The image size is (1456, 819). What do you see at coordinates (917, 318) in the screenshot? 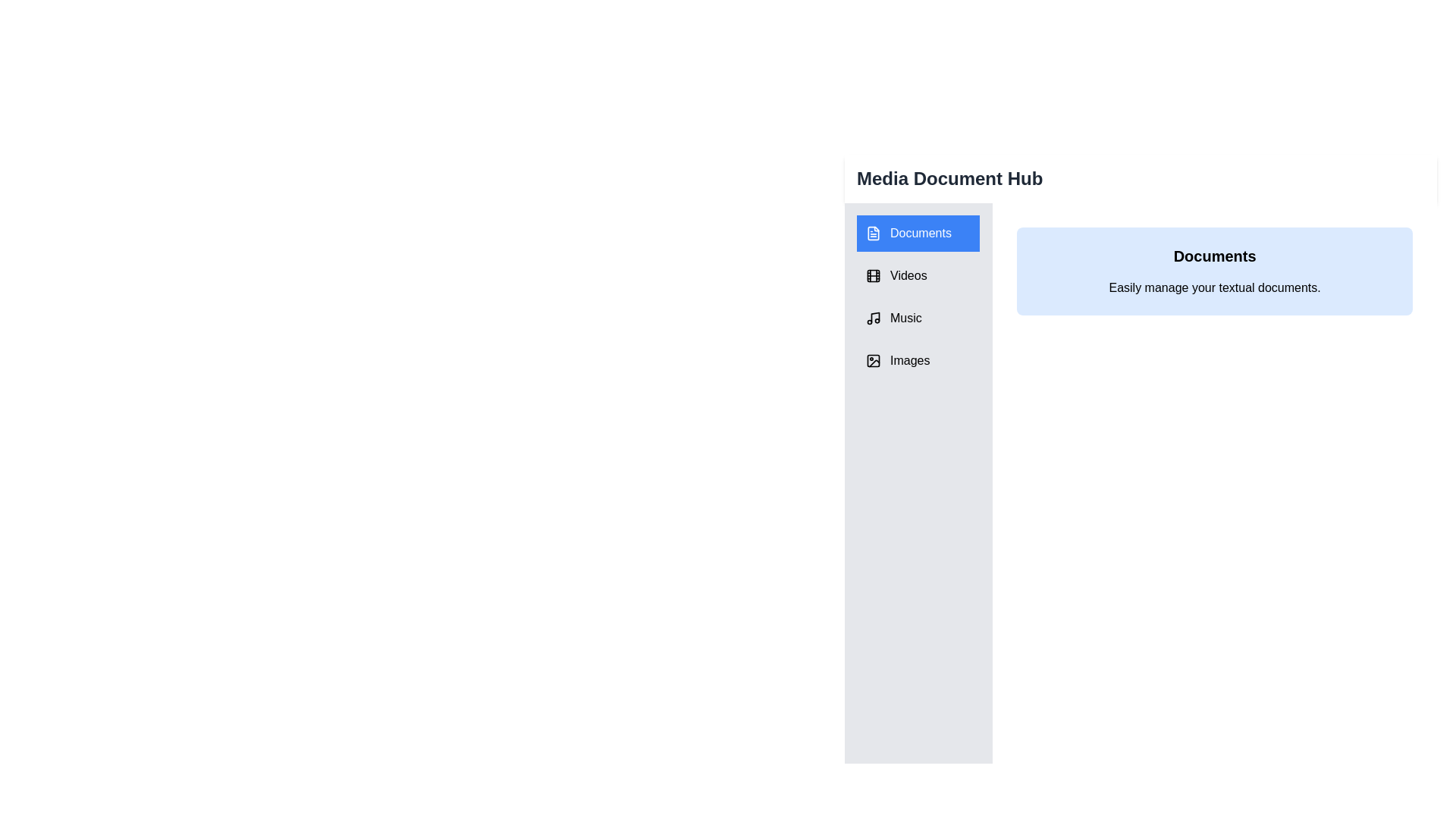
I see `the Music tab to view its content` at bounding box center [917, 318].